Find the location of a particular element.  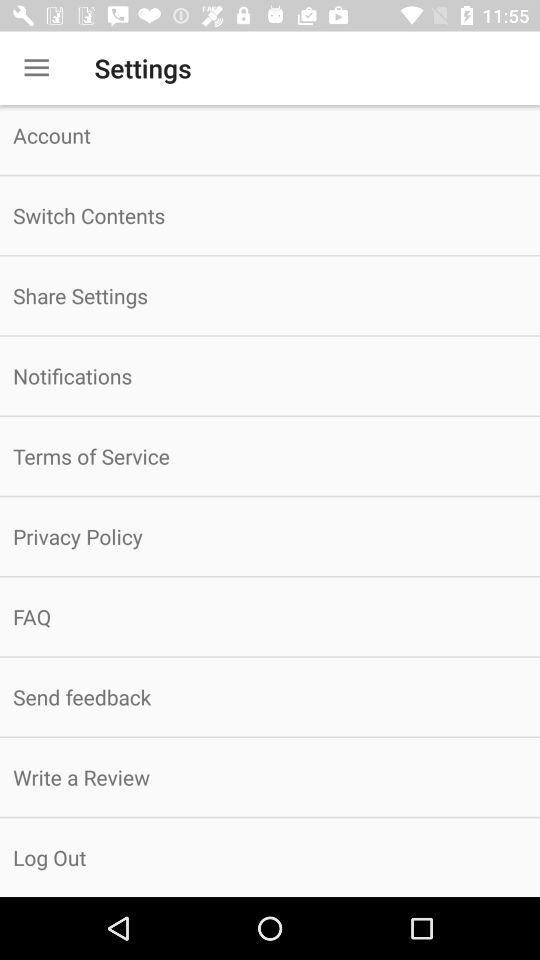

switch contents item is located at coordinates (270, 215).